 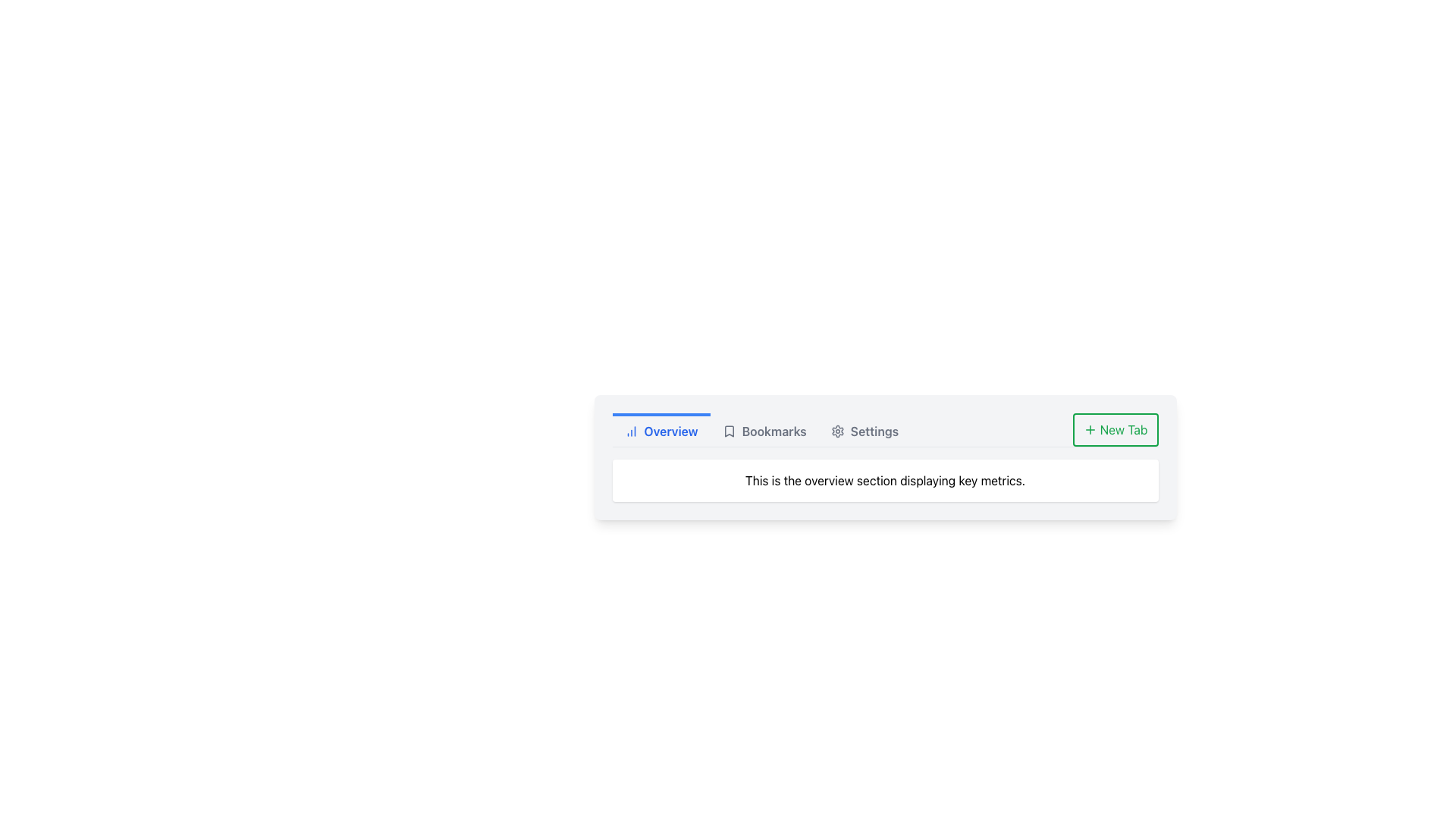 I want to click on the 'Settings' tab-like button in the horizontal navigation bar to potentially reveal a tooltip or highlight effect, so click(x=864, y=430).